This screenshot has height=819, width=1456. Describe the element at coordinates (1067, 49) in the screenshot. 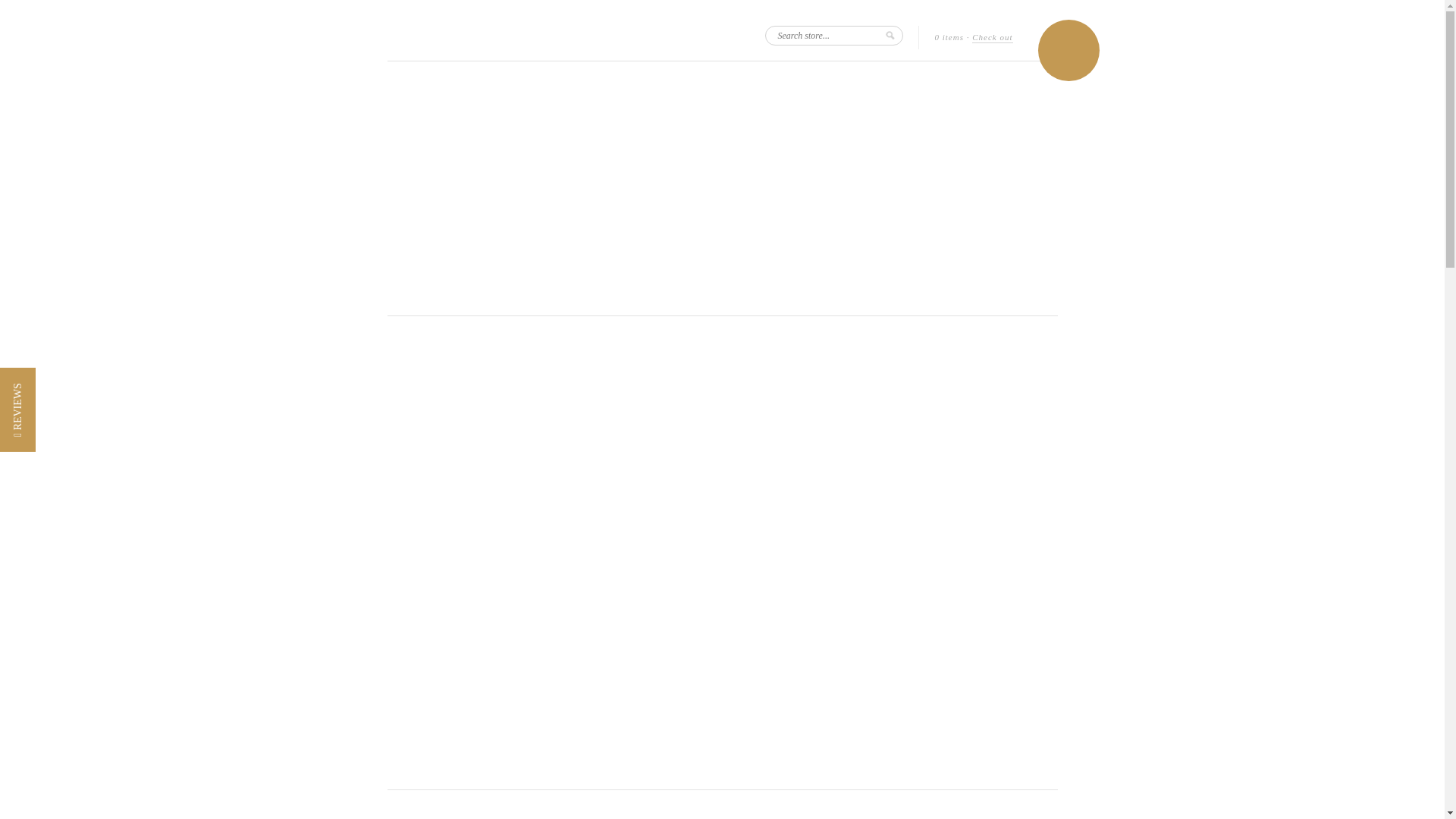

I see `'View Cart'` at that location.